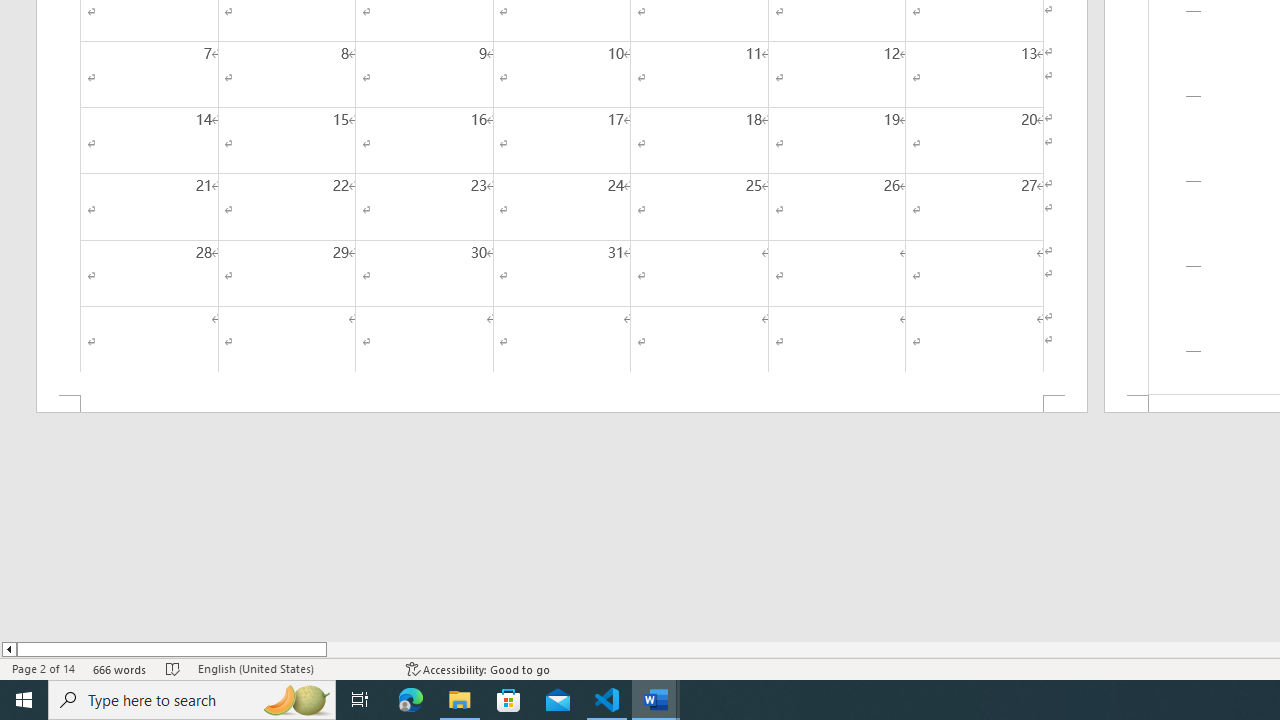 The image size is (1280, 720). I want to click on 'Page Number Page 2 of 14', so click(43, 669).